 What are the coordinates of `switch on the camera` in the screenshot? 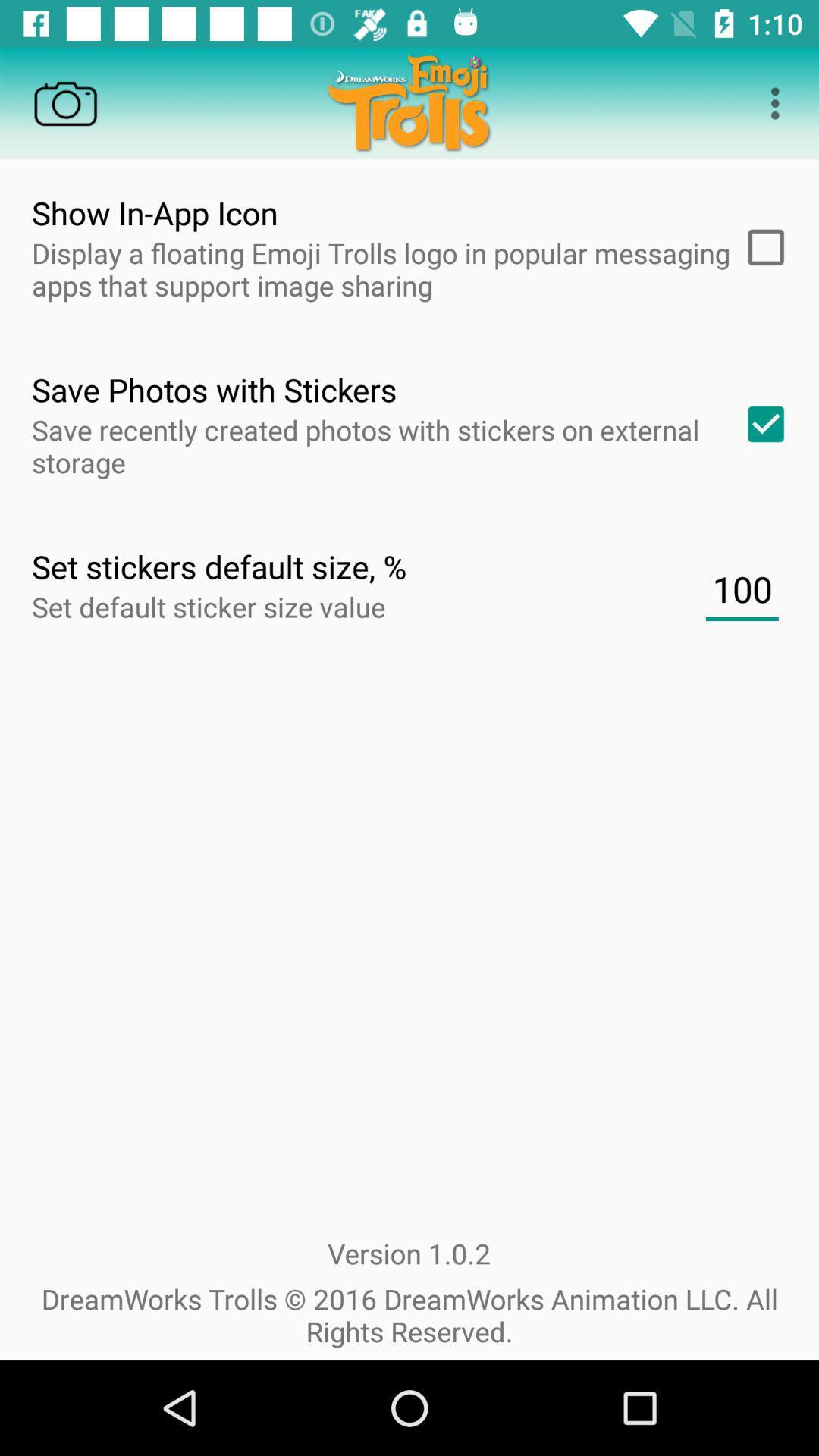 It's located at (64, 102).